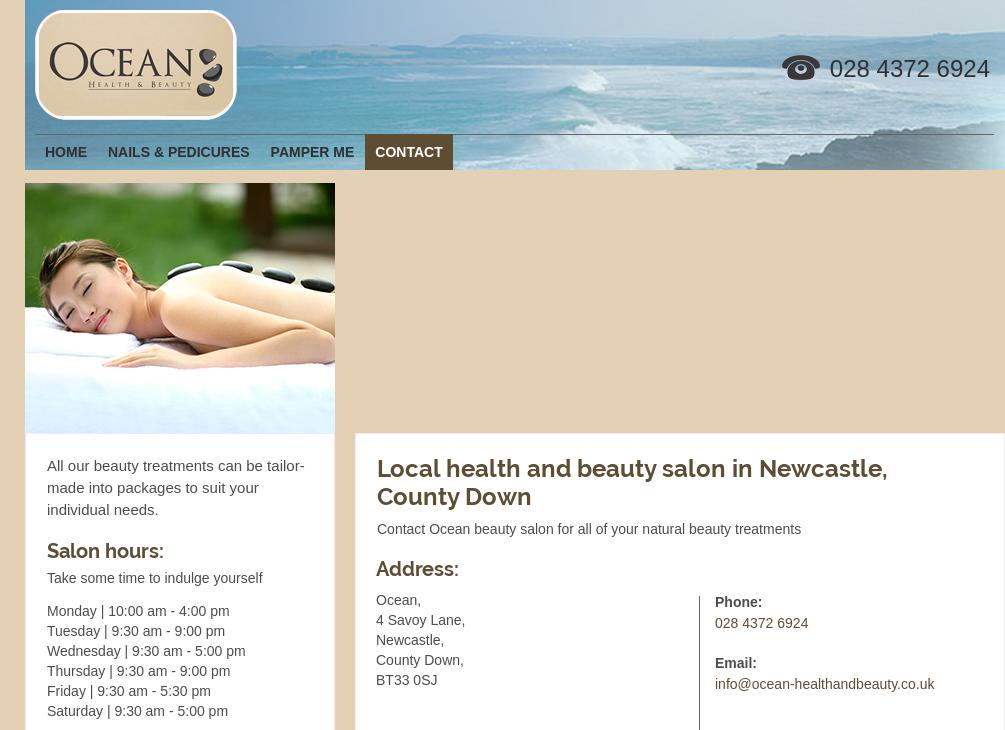 Image resolution: width=1005 pixels, height=730 pixels. What do you see at coordinates (631, 481) in the screenshot?
I see `'Local health and beauty salon in Newcastle, County Down'` at bounding box center [631, 481].